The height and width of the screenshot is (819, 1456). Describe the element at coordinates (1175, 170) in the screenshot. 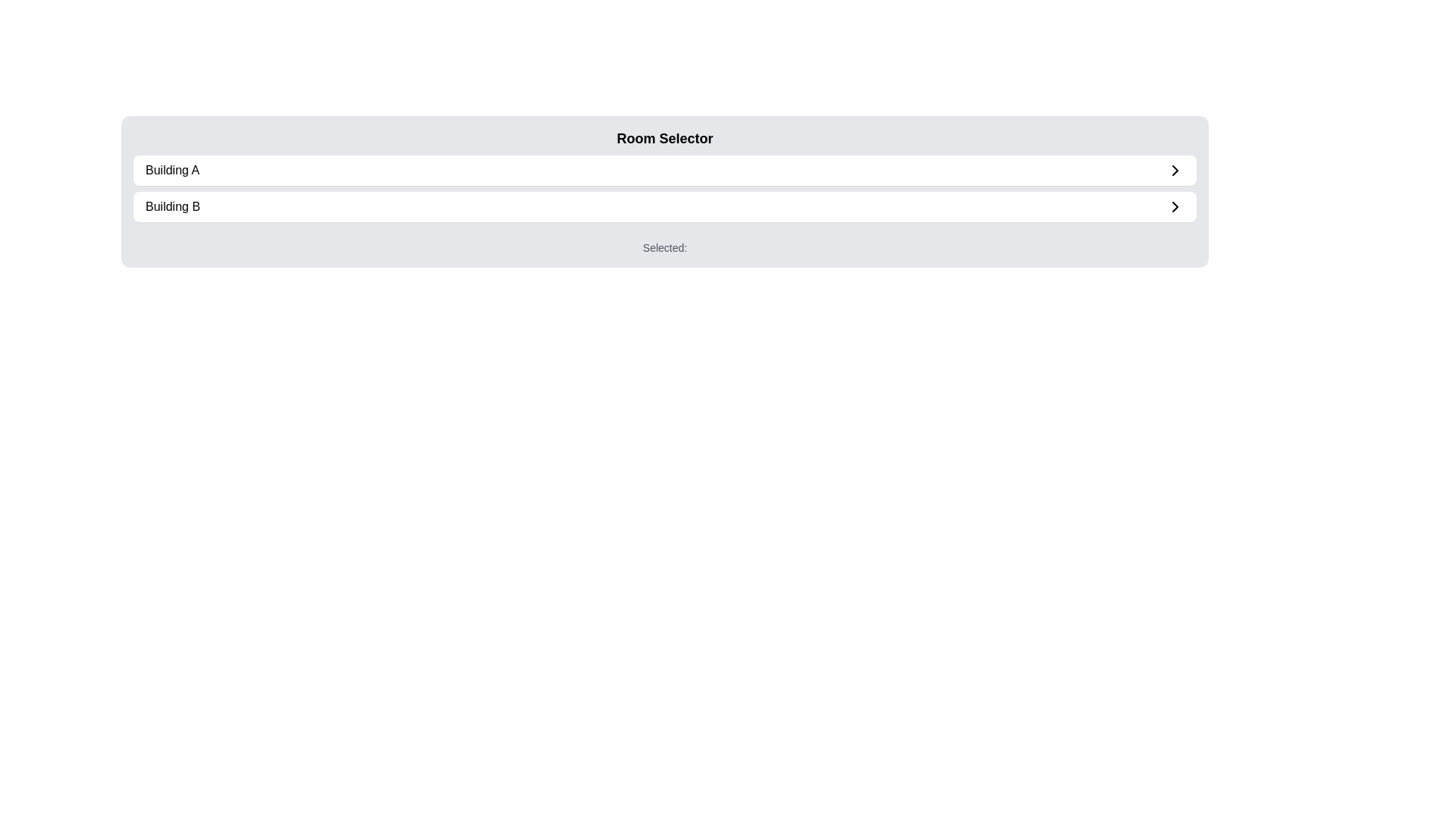

I see `the chevron icon located at the far right side of the 'Building A' row` at that location.